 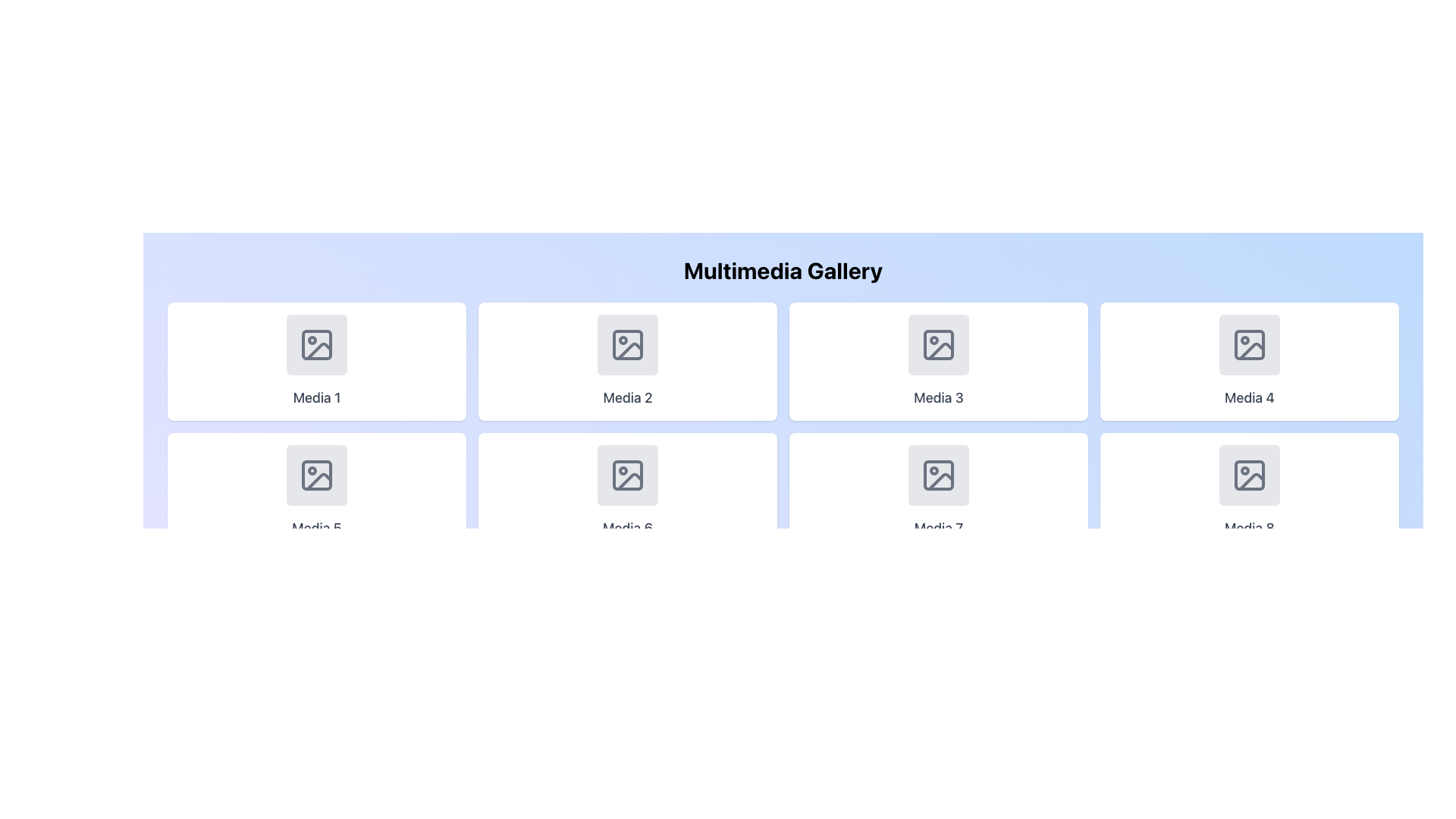 What do you see at coordinates (1249, 362) in the screenshot?
I see `the visual representation of 'Media 4', which is the fourth card in a grid located in the top-right corner, directly following 'Media 3' and above 'Media 8'` at bounding box center [1249, 362].